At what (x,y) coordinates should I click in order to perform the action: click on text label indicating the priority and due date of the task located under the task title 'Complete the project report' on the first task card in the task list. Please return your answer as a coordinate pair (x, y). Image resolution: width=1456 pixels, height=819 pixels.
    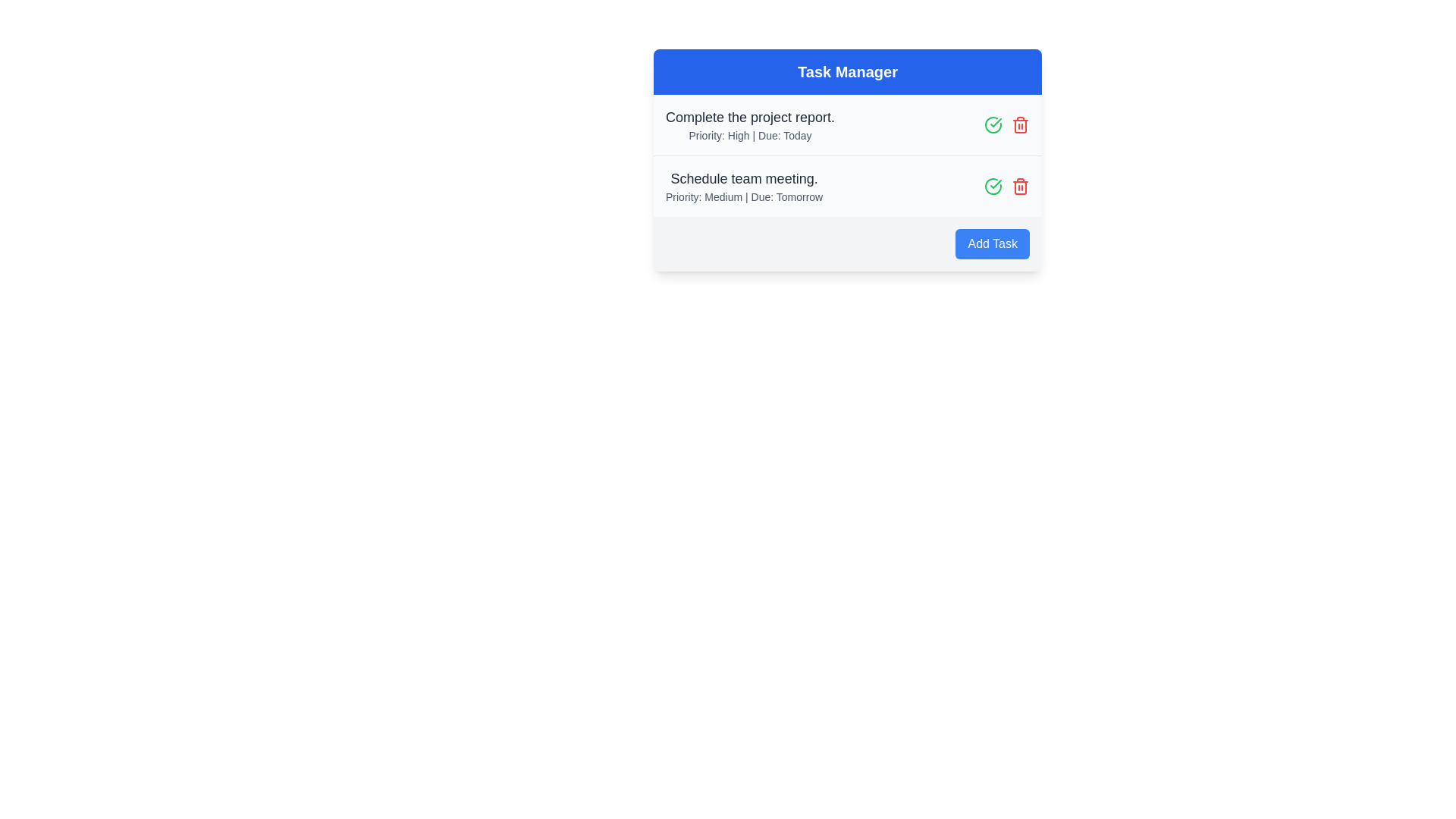
    Looking at the image, I should click on (750, 134).